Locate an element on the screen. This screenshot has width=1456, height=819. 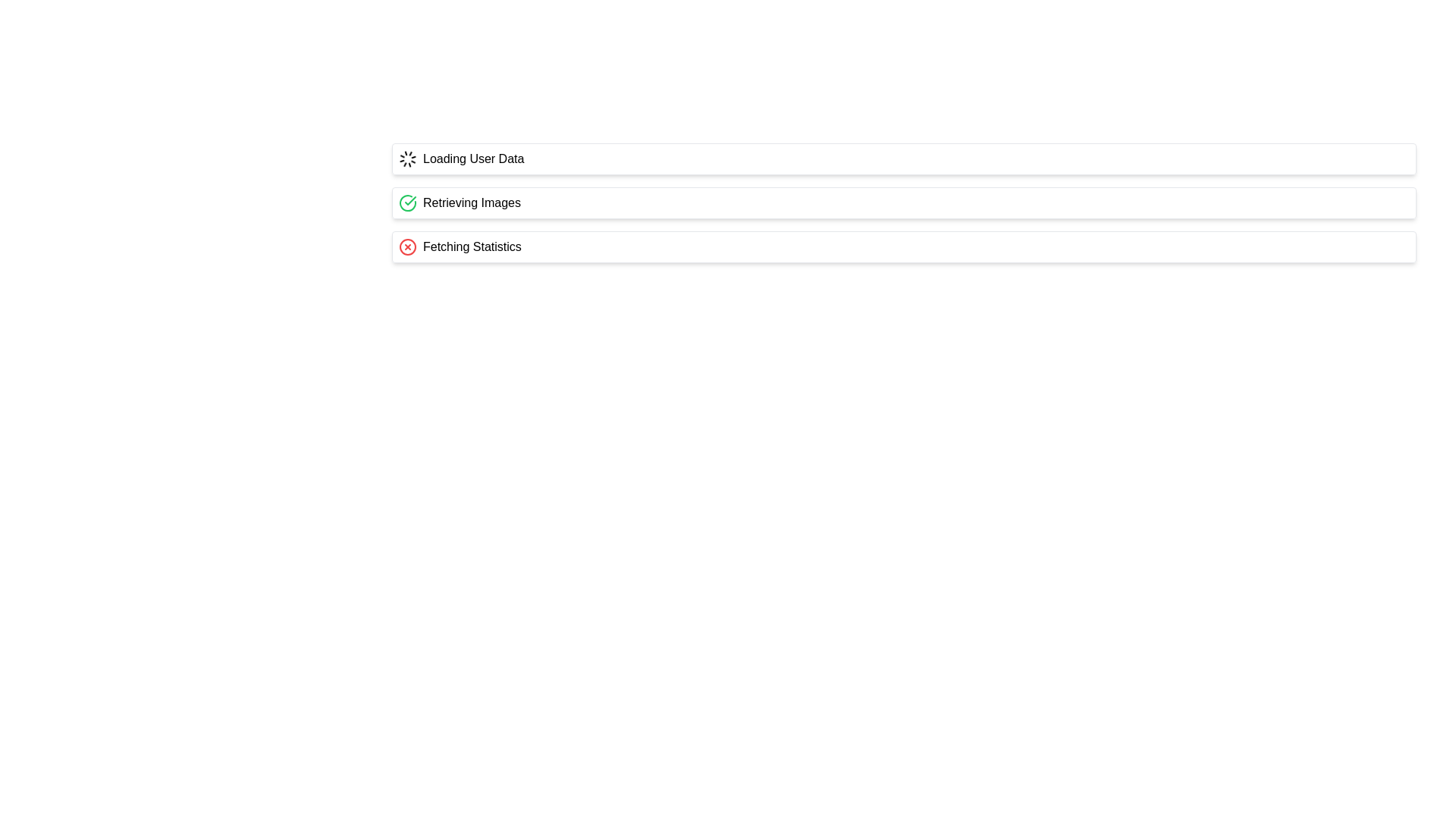
the Status display row element, which is the second in a vertically-stacked list, positioned below 'Loading User Data' and above 'Fetching Statistics' is located at coordinates (904, 202).